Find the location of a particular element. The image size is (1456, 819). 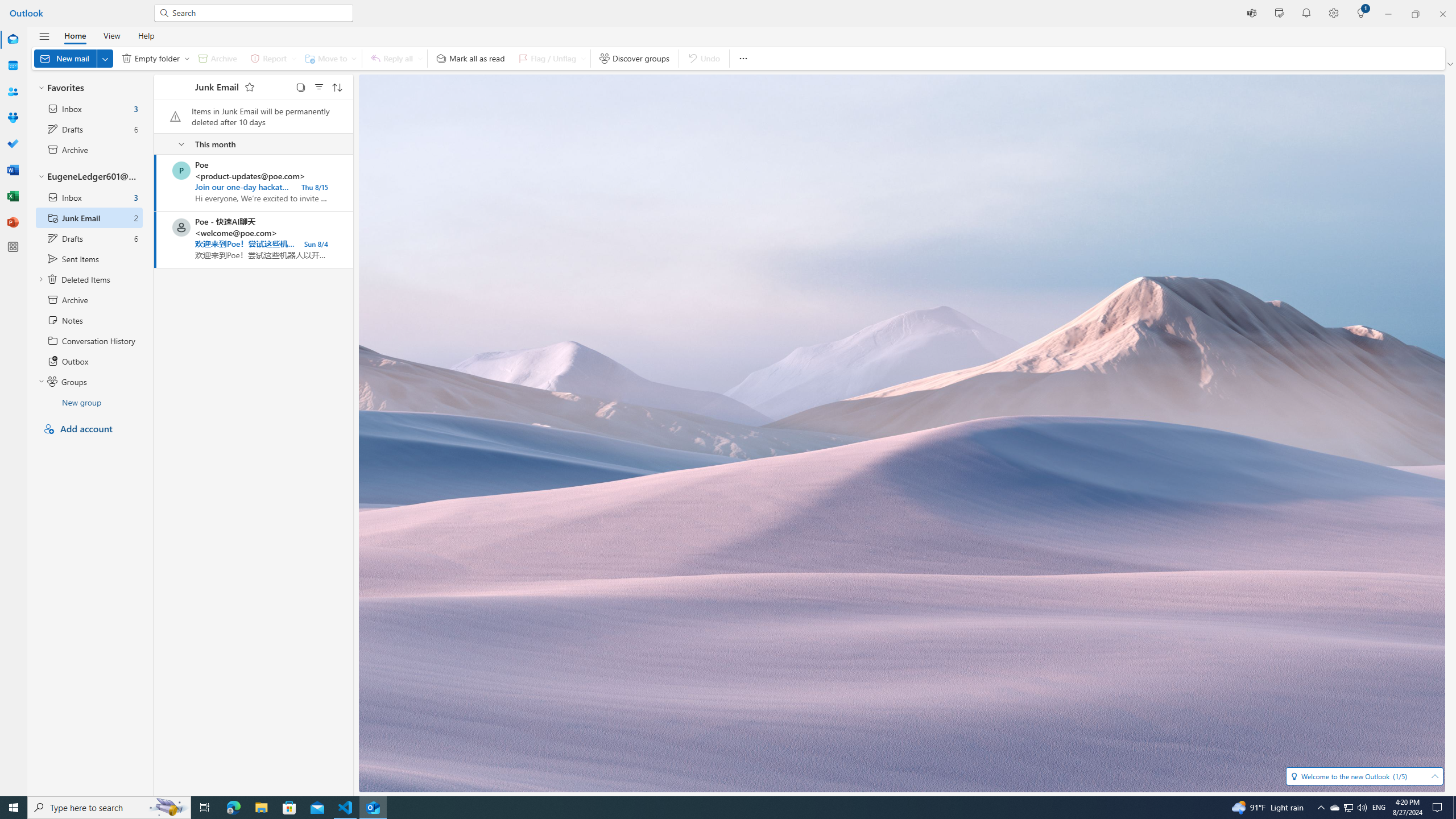

'Reply all' is located at coordinates (394, 58).